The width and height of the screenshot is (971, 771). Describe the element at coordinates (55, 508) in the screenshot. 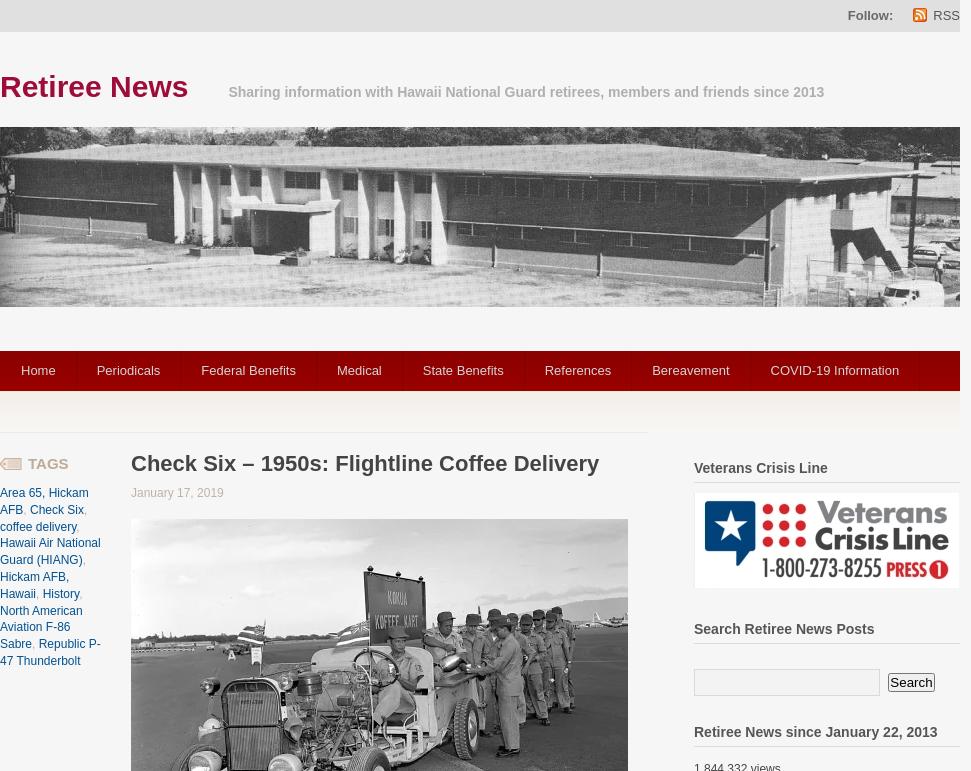

I see `'Check Six'` at that location.